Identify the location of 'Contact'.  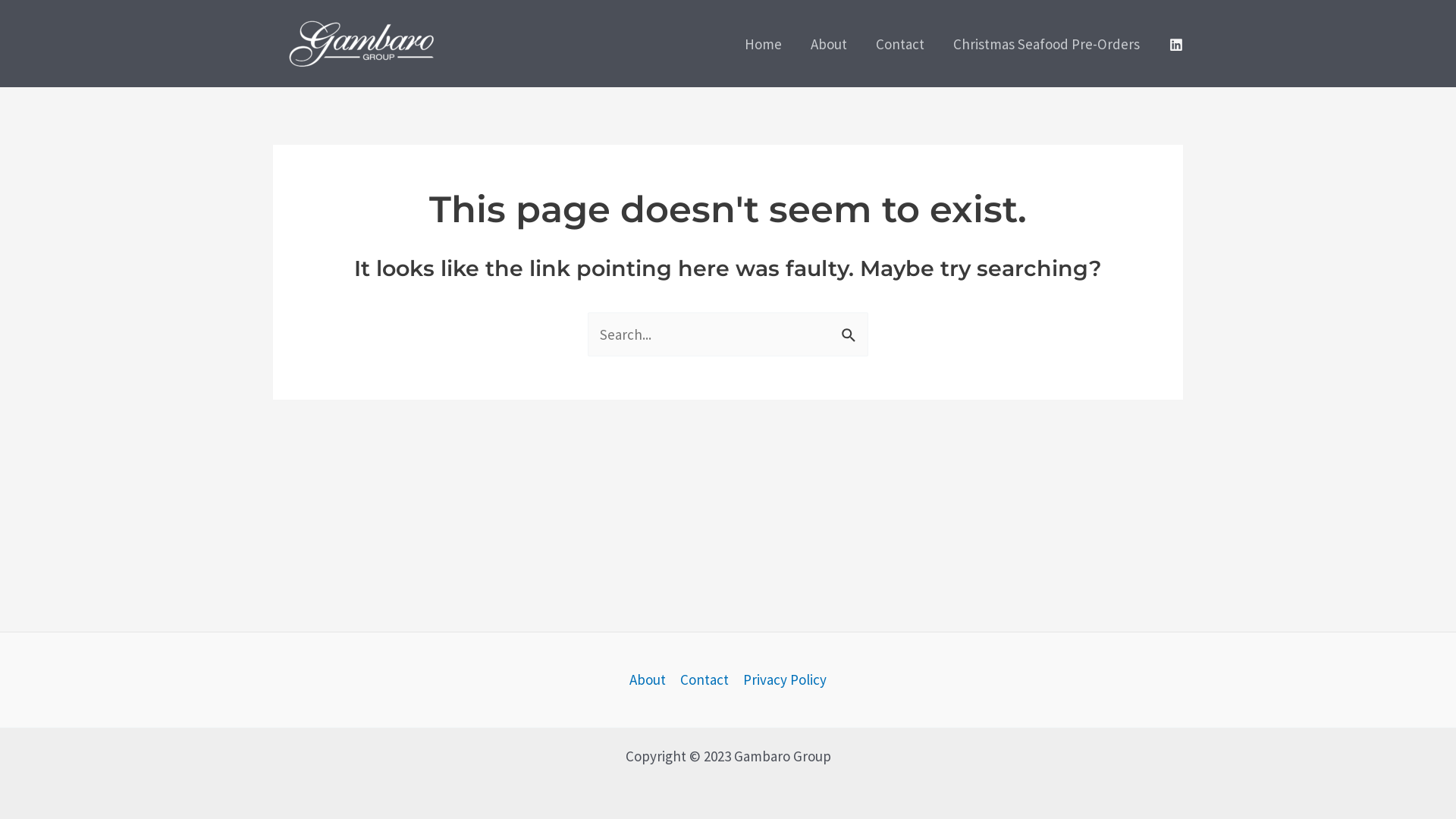
(703, 679).